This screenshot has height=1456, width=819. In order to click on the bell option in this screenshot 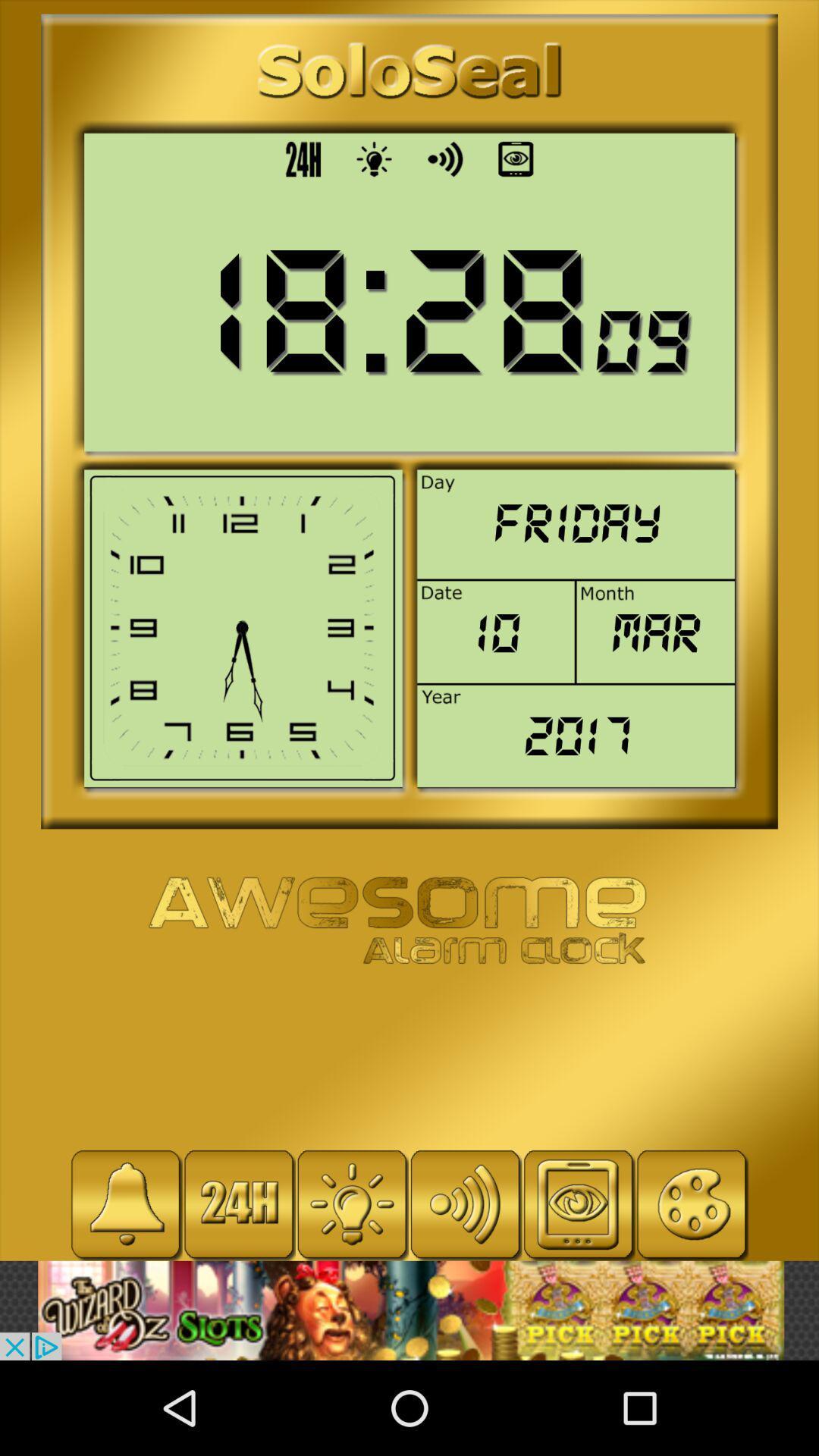, I will do `click(125, 1203)`.